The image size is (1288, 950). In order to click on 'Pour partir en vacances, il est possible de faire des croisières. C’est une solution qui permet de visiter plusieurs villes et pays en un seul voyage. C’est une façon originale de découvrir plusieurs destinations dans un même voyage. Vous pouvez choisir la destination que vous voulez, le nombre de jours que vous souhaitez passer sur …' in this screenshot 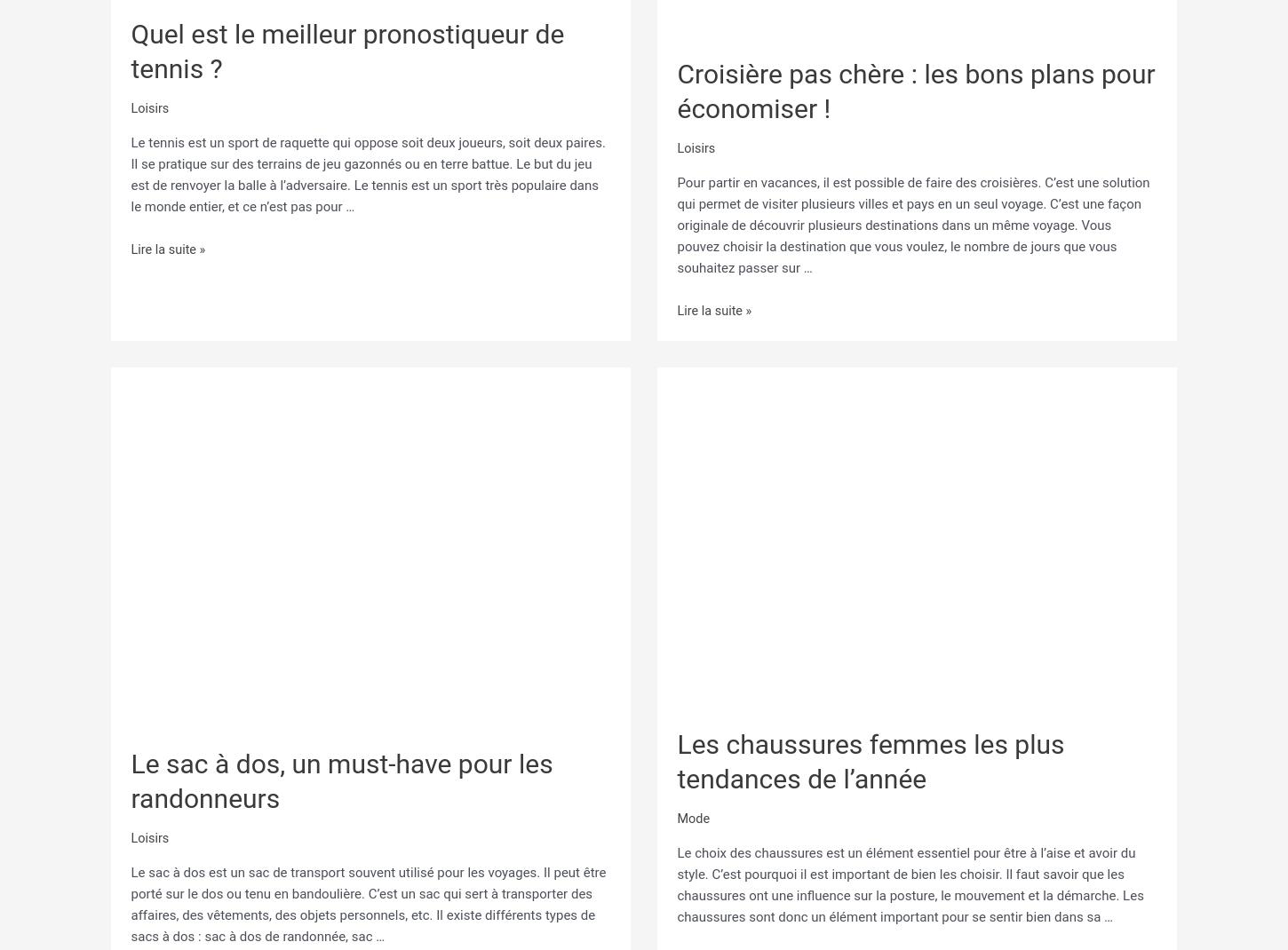, I will do `click(913, 220)`.